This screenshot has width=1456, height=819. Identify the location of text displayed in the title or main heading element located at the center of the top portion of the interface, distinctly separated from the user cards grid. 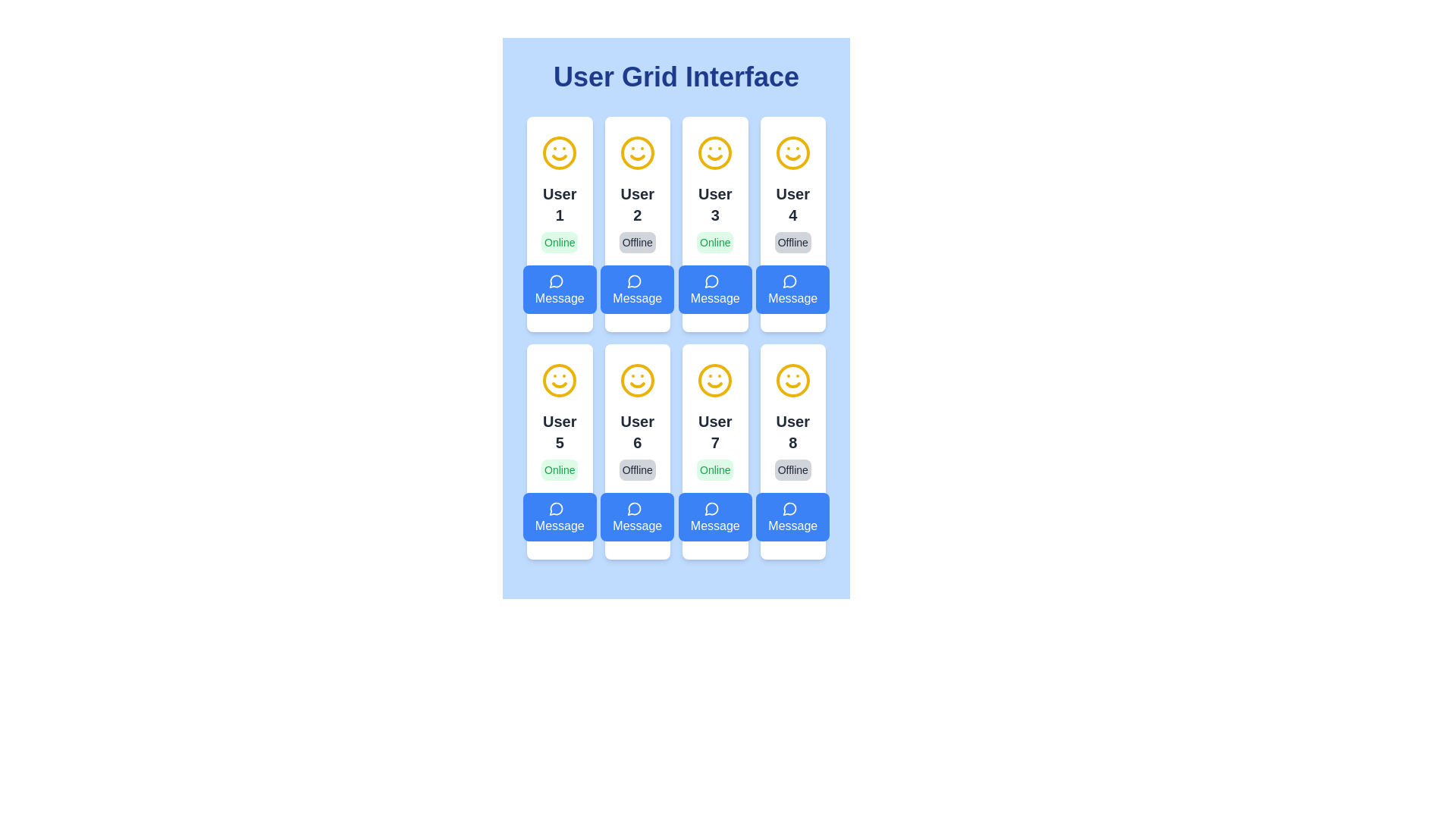
(676, 77).